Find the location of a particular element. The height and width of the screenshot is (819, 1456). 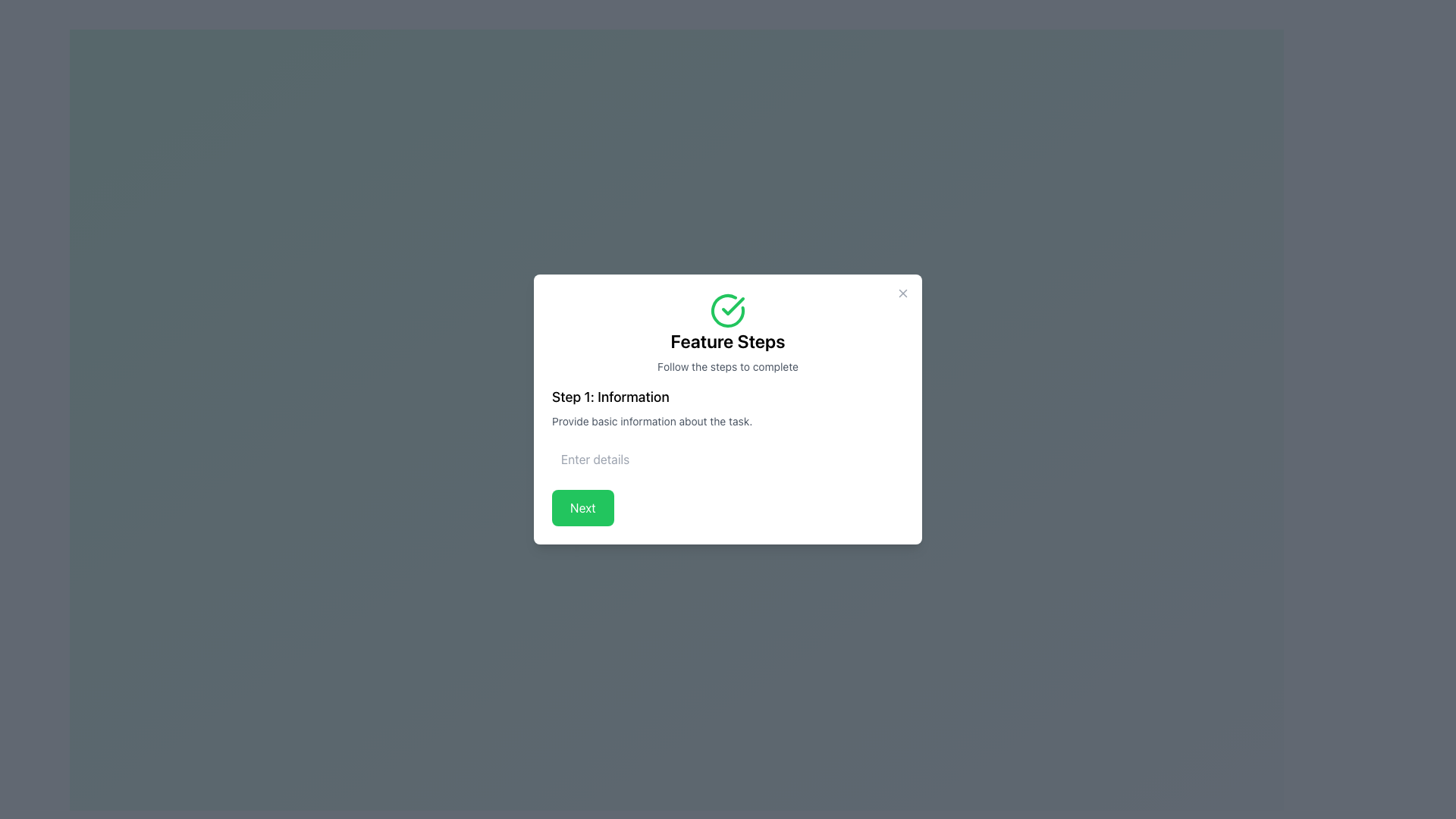

the small, square button with a red 'X' icon located at the top-right corner of the modal to trigger the color change effect is located at coordinates (902, 293).